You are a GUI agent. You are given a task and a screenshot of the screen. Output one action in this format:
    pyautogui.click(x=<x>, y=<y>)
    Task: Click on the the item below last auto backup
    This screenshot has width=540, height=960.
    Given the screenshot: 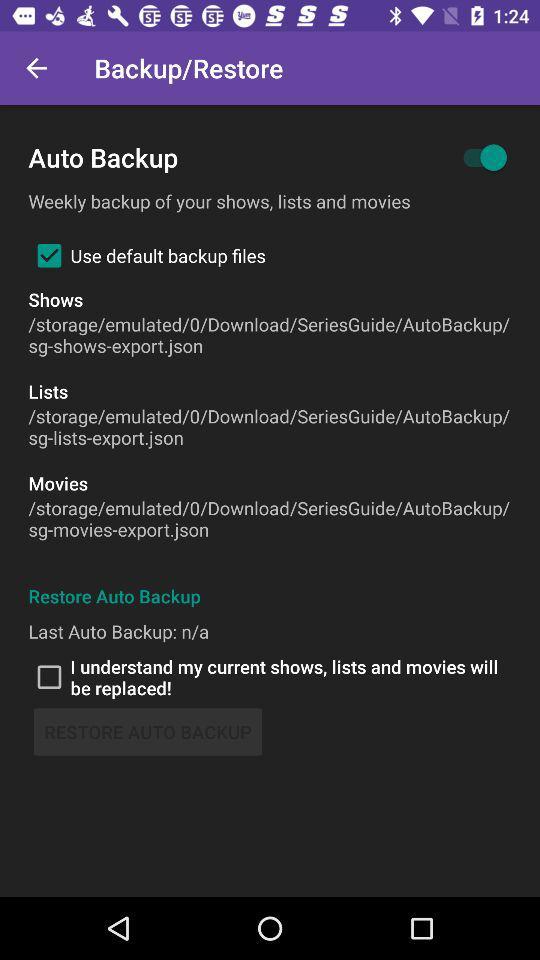 What is the action you would take?
    pyautogui.click(x=270, y=677)
    